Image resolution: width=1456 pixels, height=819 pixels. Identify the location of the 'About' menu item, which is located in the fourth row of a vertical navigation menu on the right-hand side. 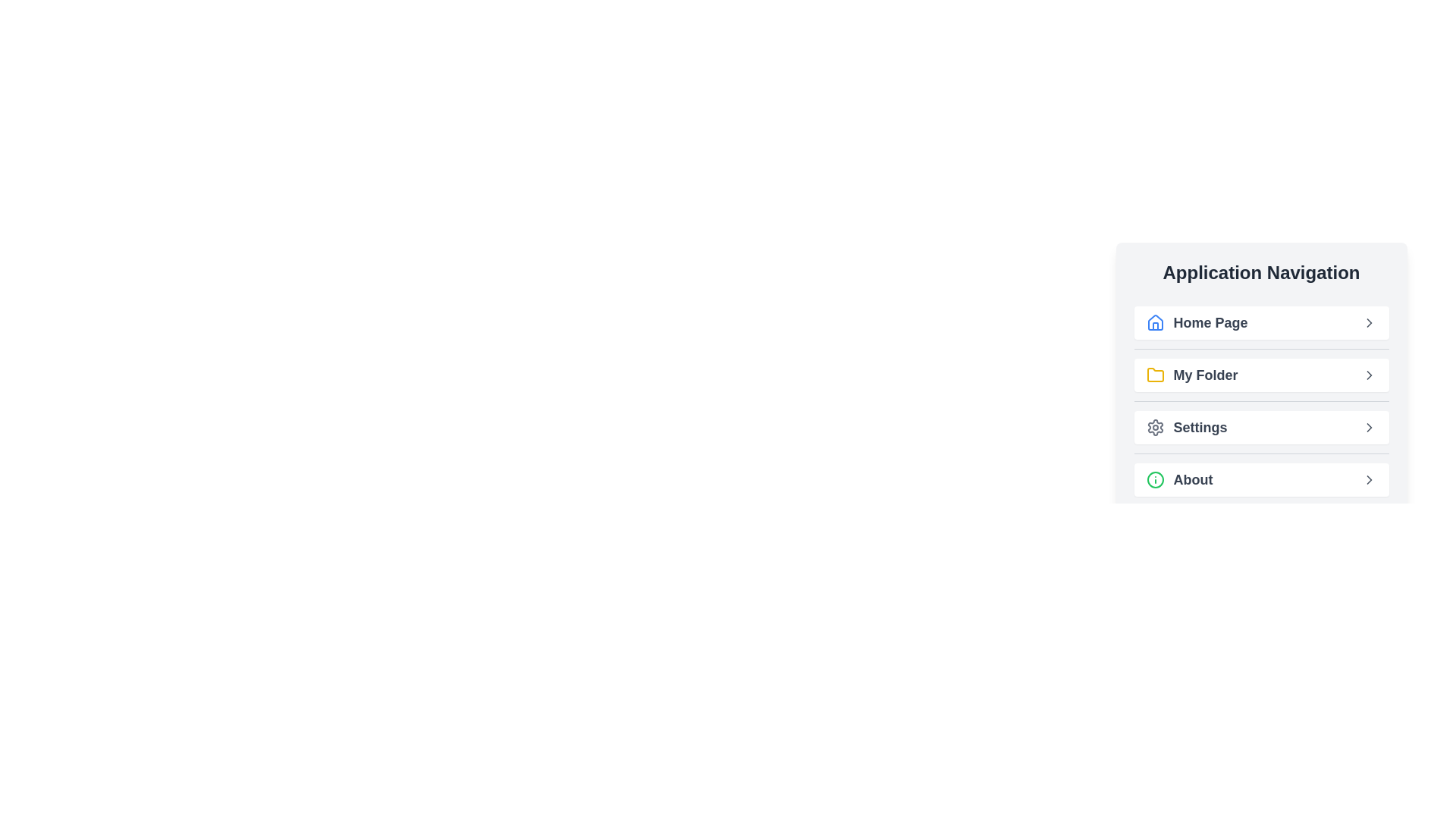
(1178, 479).